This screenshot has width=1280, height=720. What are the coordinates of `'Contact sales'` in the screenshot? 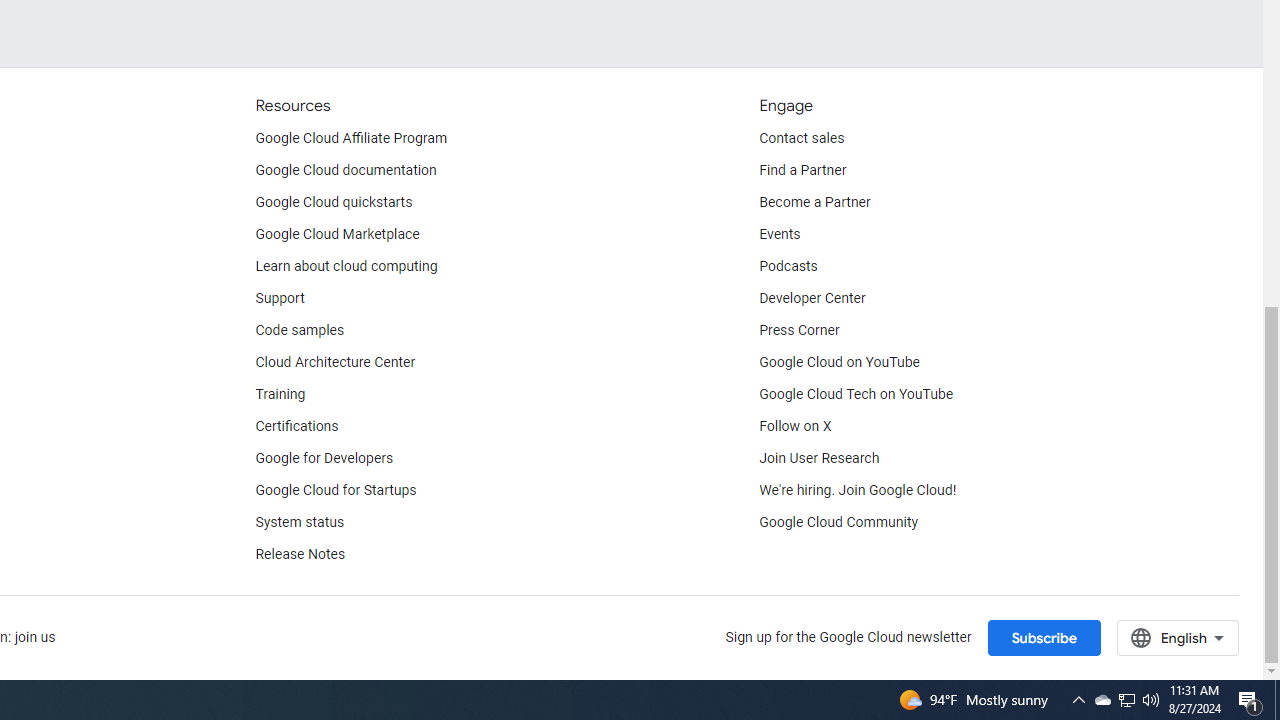 It's located at (801, 137).